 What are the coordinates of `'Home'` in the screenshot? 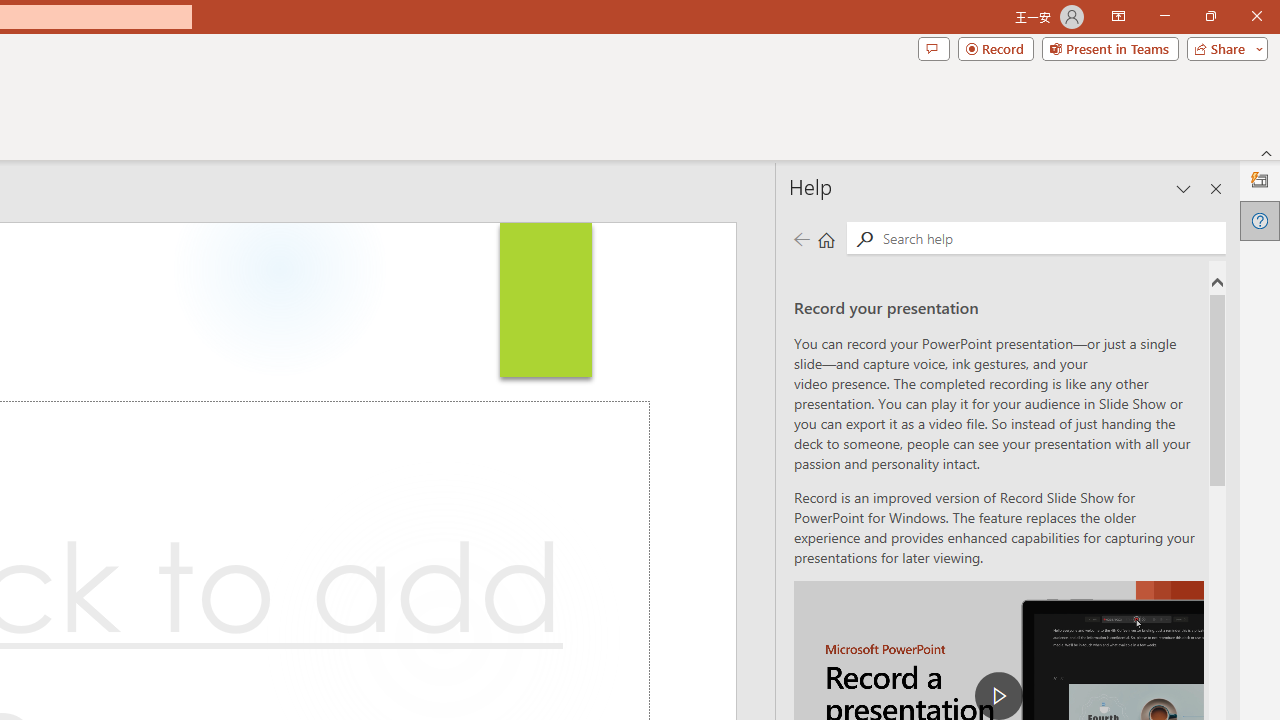 It's located at (826, 238).